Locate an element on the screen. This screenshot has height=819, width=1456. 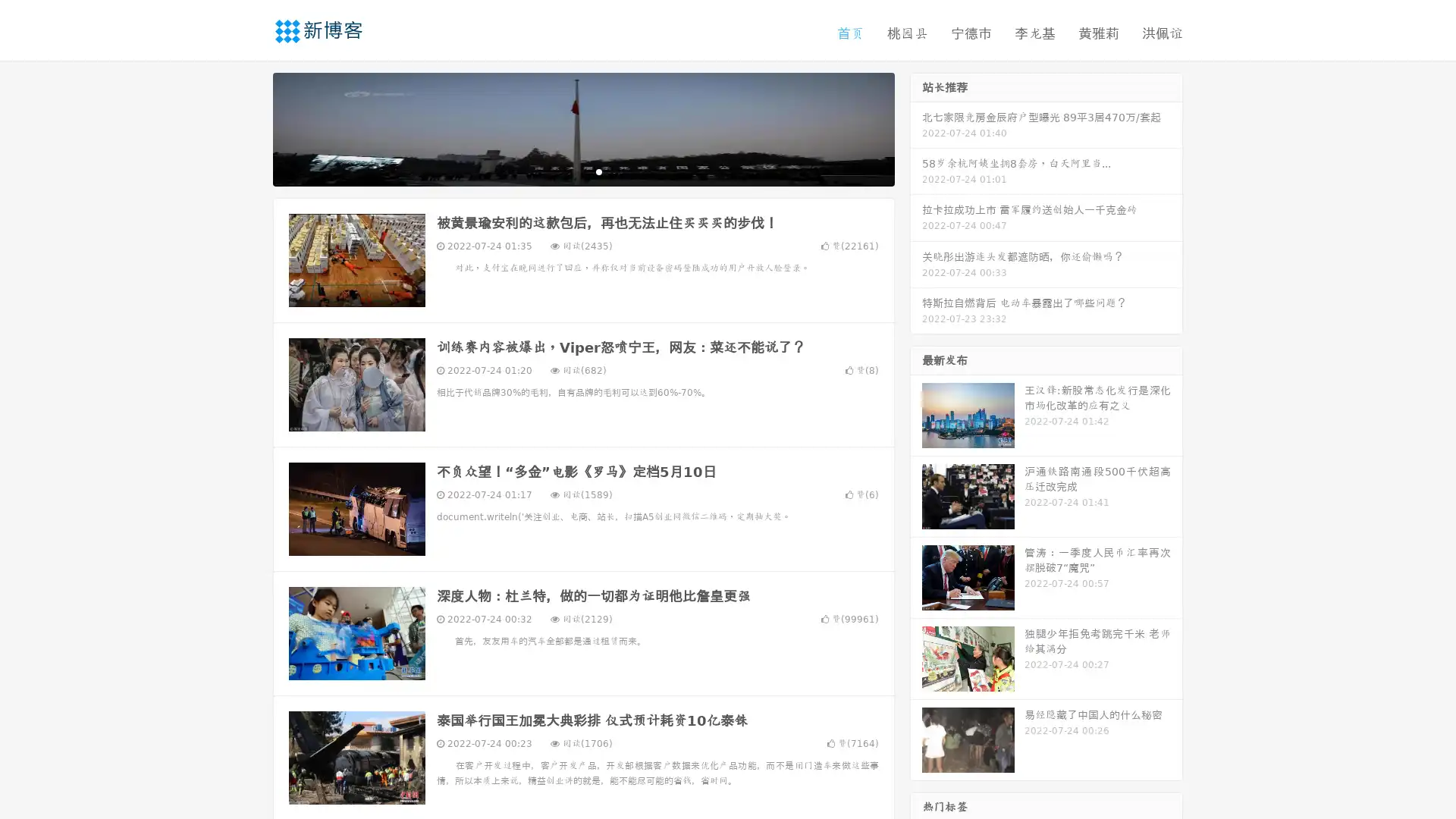
Go to slide 1 is located at coordinates (567, 171).